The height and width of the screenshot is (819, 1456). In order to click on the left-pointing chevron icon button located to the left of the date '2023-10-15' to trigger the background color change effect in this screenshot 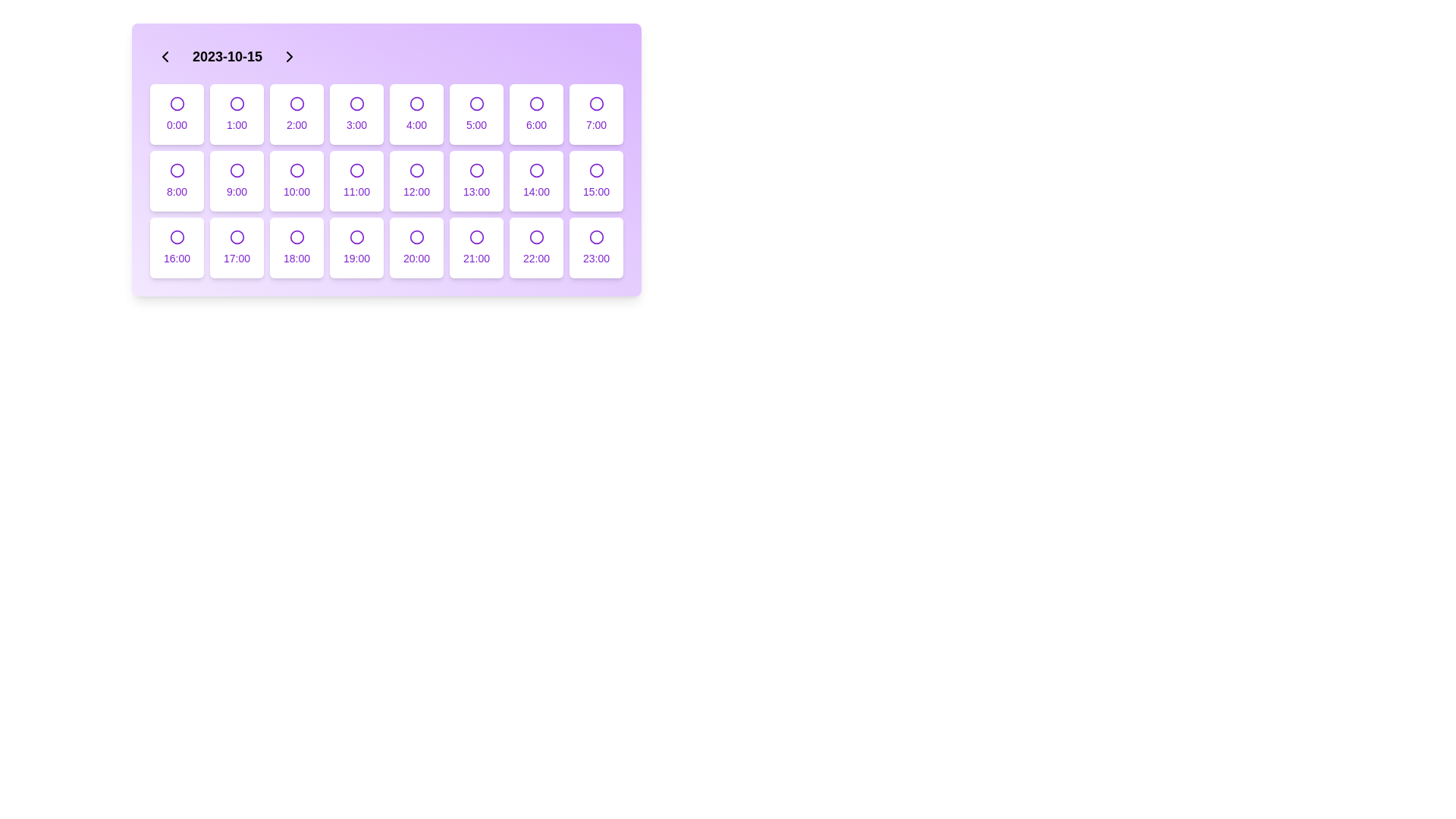, I will do `click(165, 55)`.